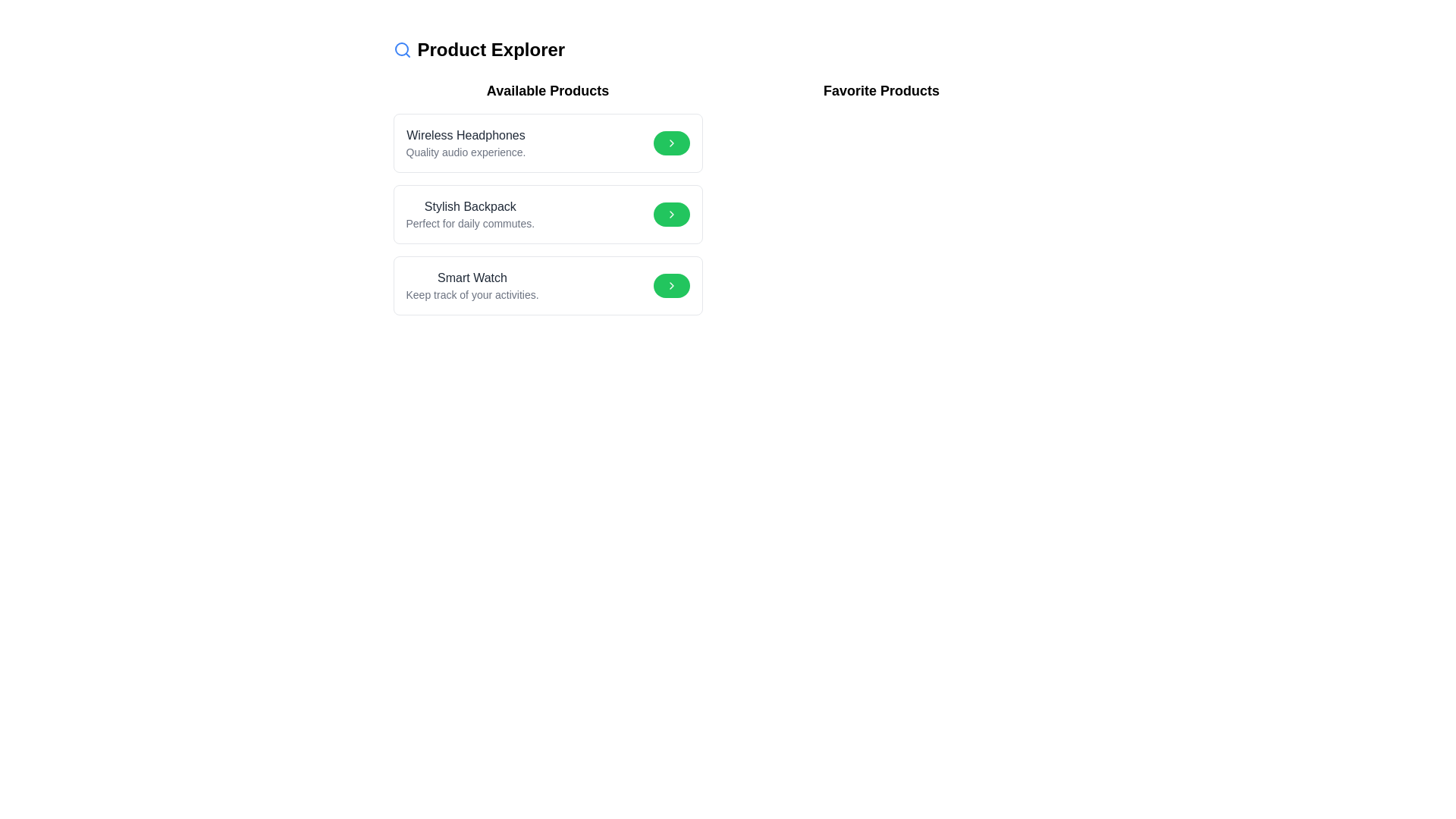 This screenshot has height=819, width=1456. What do you see at coordinates (472, 295) in the screenshot?
I see `the informational text element that describes the functionality of the 'Smart Watch', located beneath the 'Smart Watch' entry in the 'Available Products' section` at bounding box center [472, 295].